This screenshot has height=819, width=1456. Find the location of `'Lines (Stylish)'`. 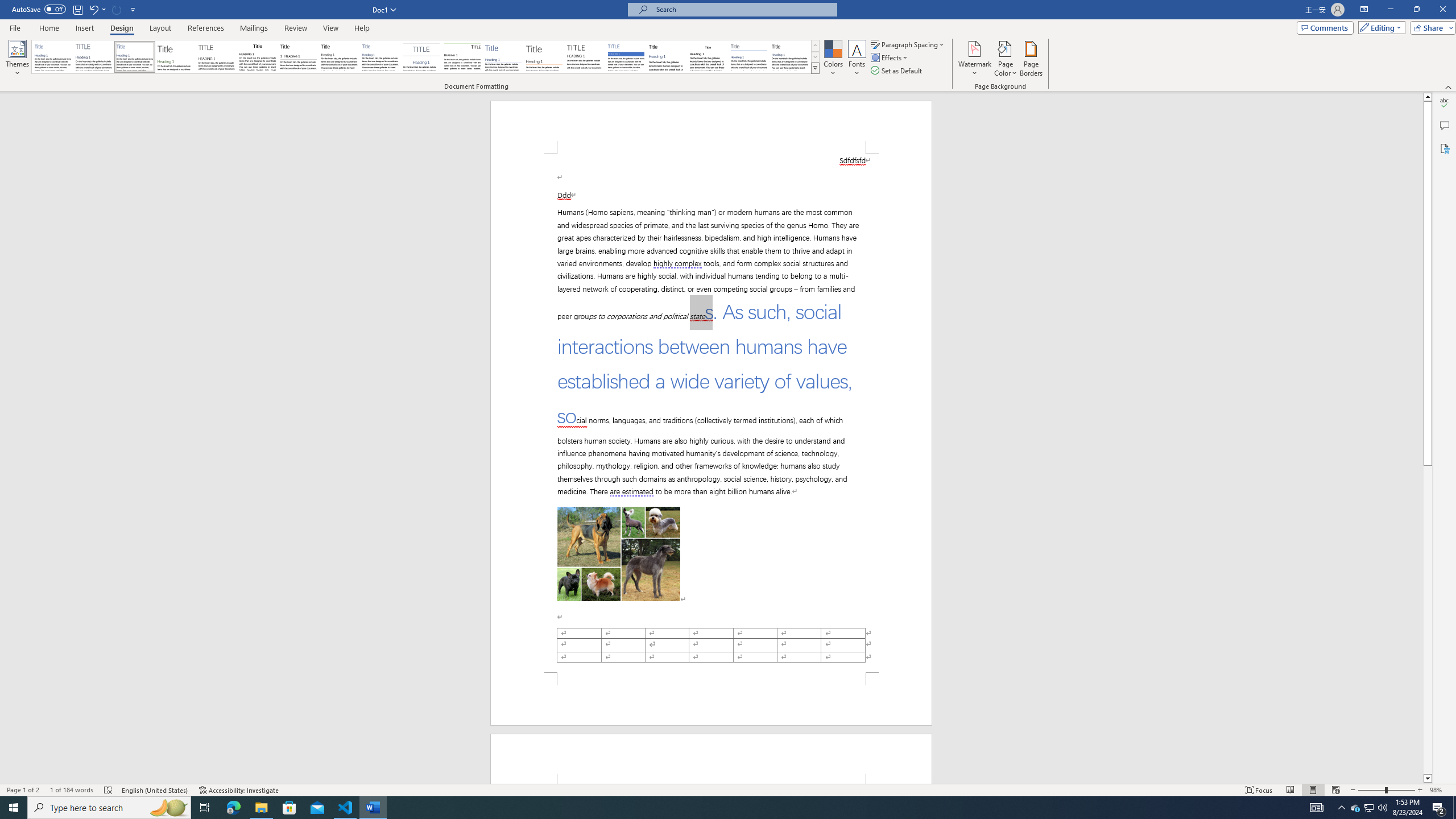

'Lines (Stylish)' is located at coordinates (544, 56).